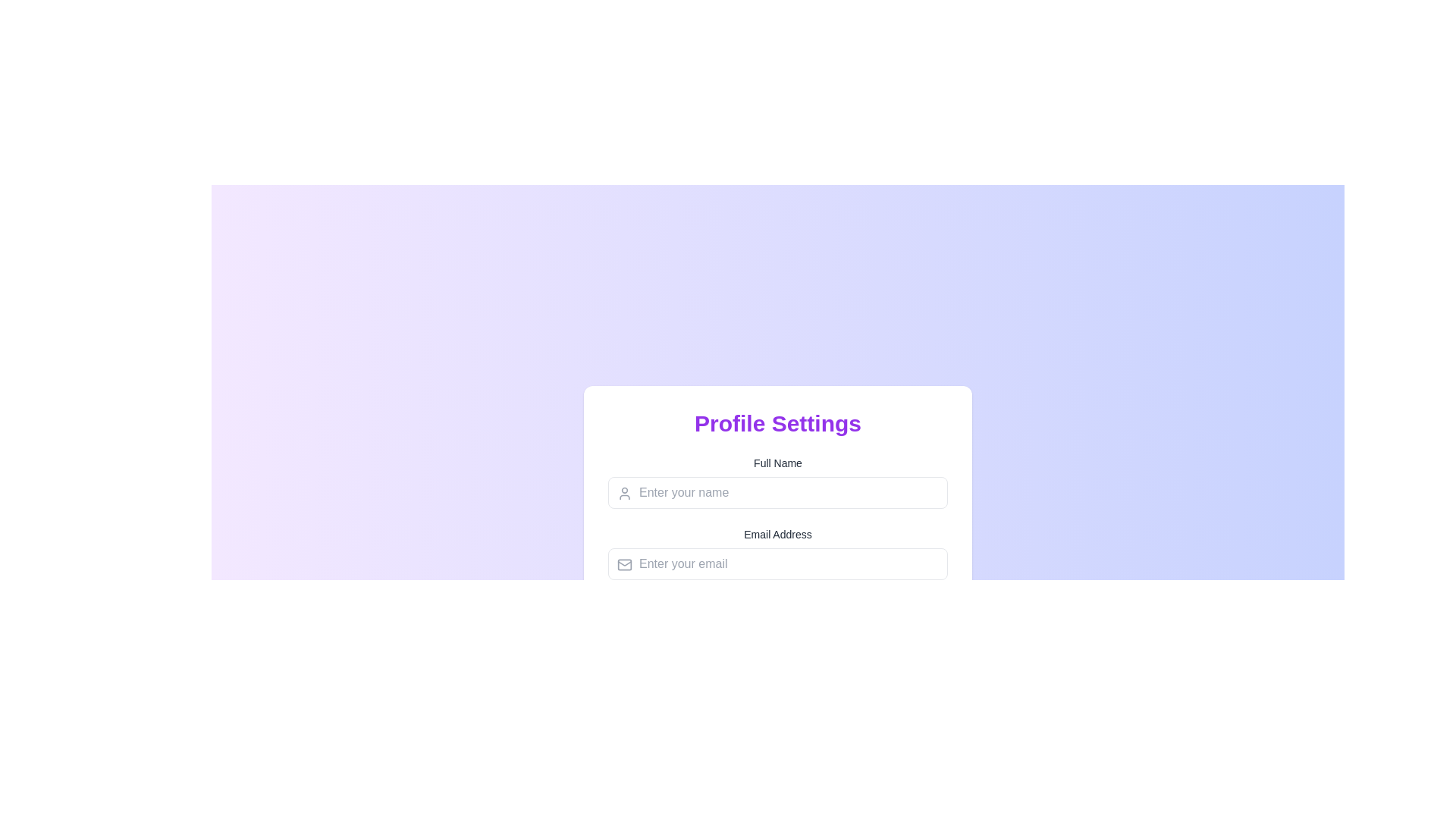  What do you see at coordinates (778, 534) in the screenshot?
I see `the 'Email Address' label text element which provides an identifier for the email input field in the 'Profile Settings' panel` at bounding box center [778, 534].